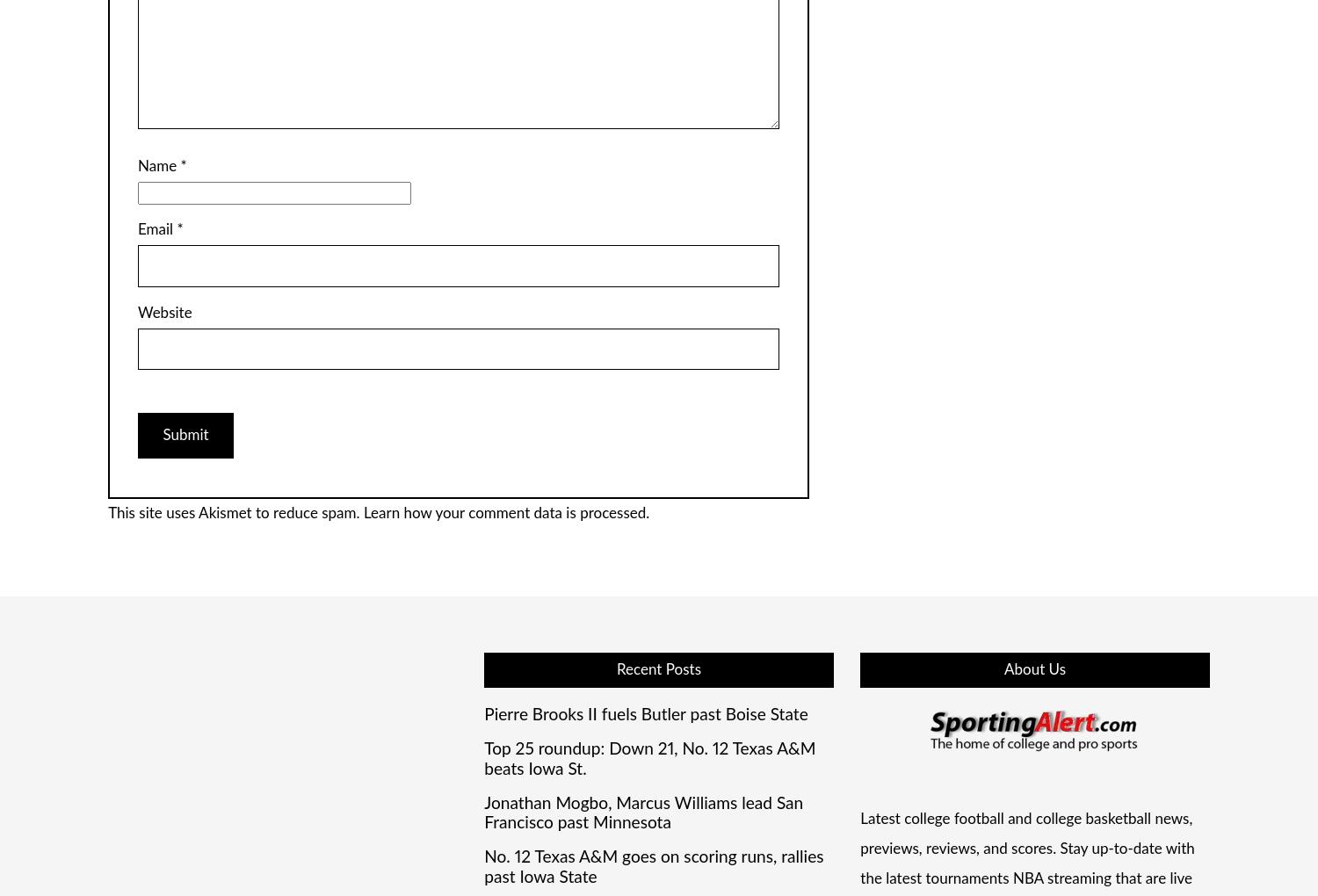  What do you see at coordinates (1034, 668) in the screenshot?
I see `'About Us'` at bounding box center [1034, 668].